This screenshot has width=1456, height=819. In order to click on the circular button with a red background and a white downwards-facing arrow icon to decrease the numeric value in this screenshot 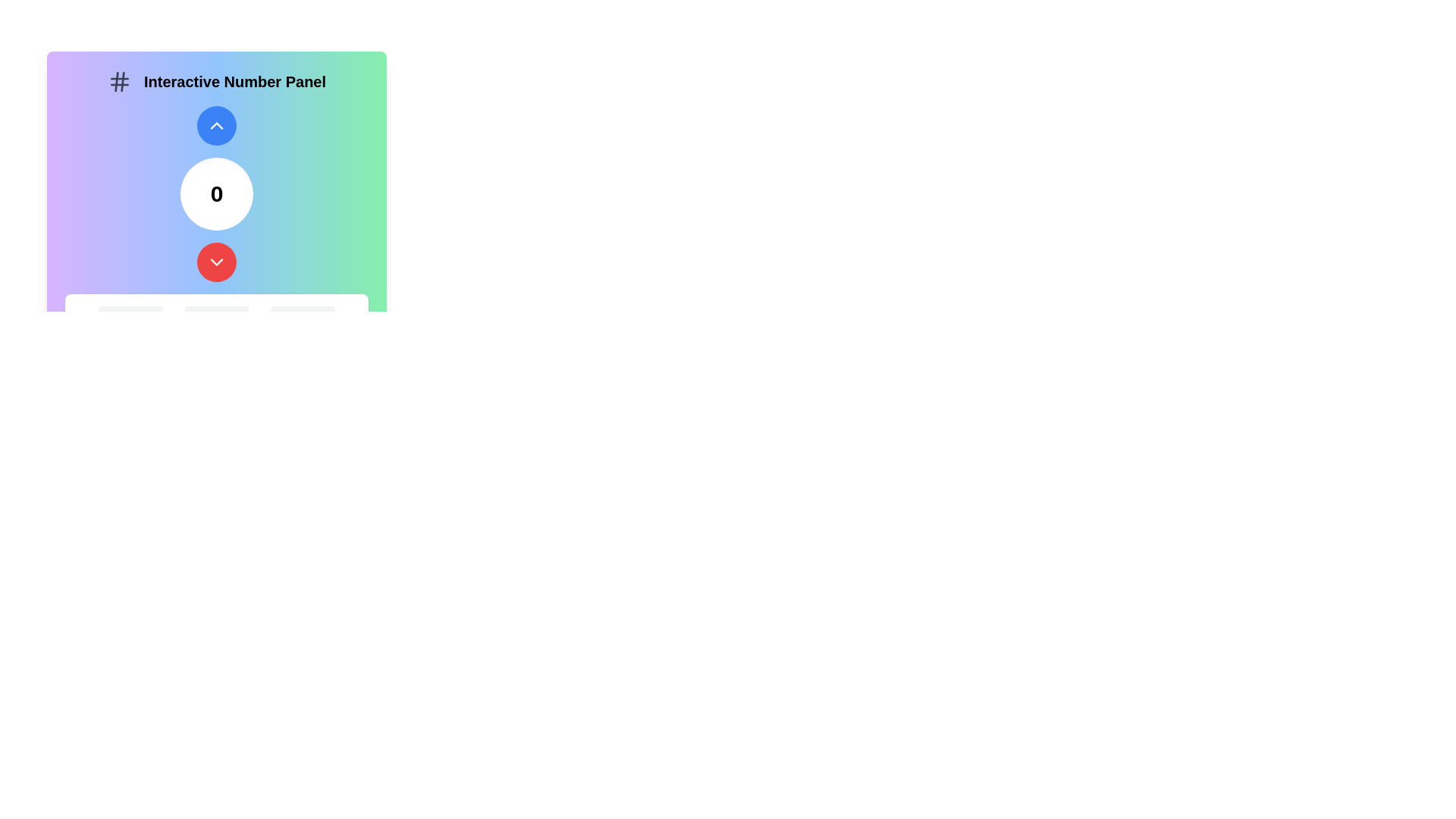, I will do `click(216, 262)`.